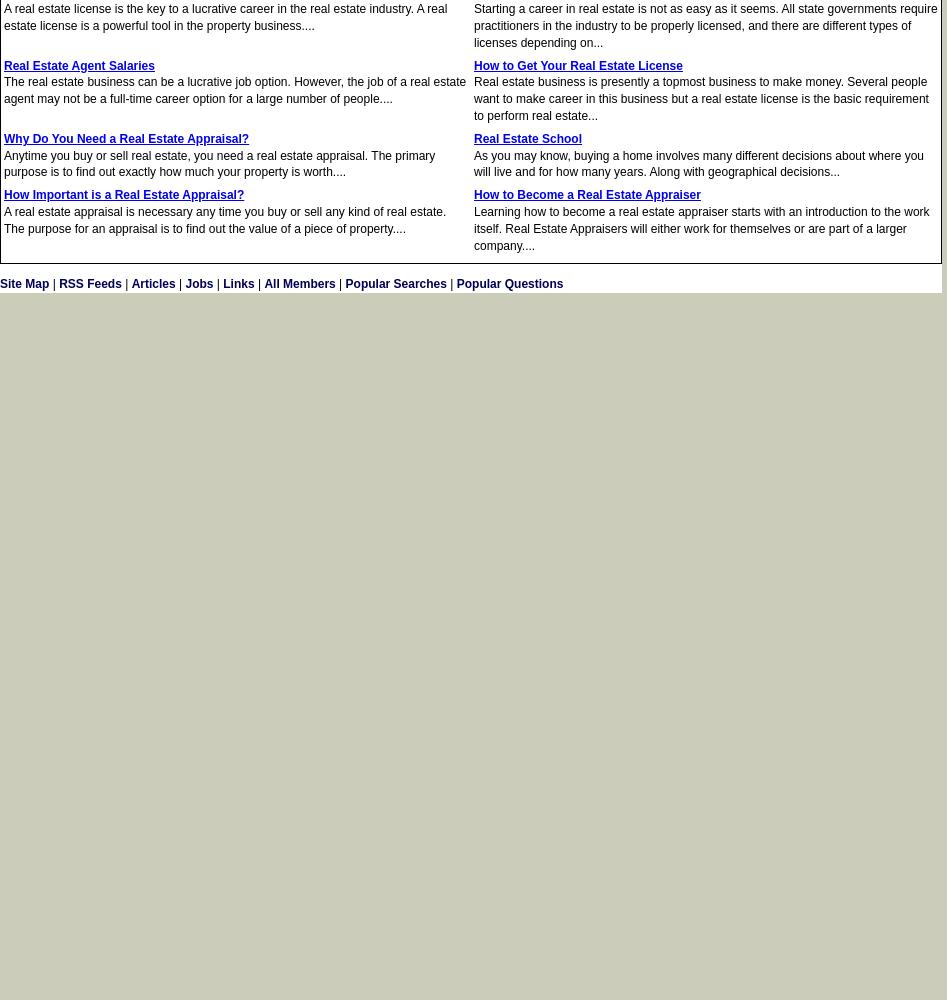 This screenshot has height=1000, width=947. I want to click on 'A real estate appraisal is necessary any time you buy or sell any kind of real estate. The purpose for an appraisal is to find out the value of a piece of property....', so click(225, 219).